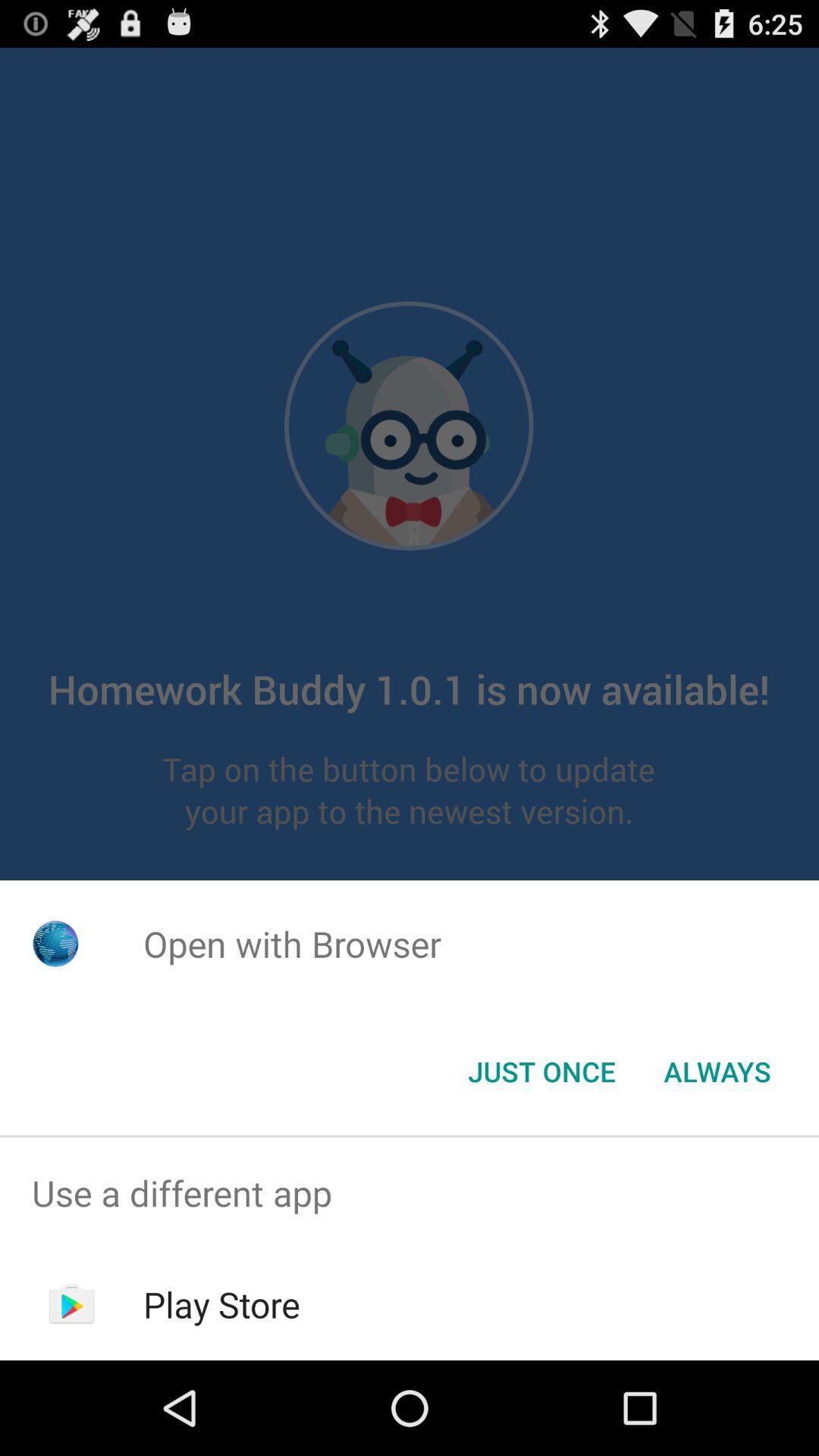 The height and width of the screenshot is (1456, 819). I want to click on icon below the open with browser item, so click(717, 1070).